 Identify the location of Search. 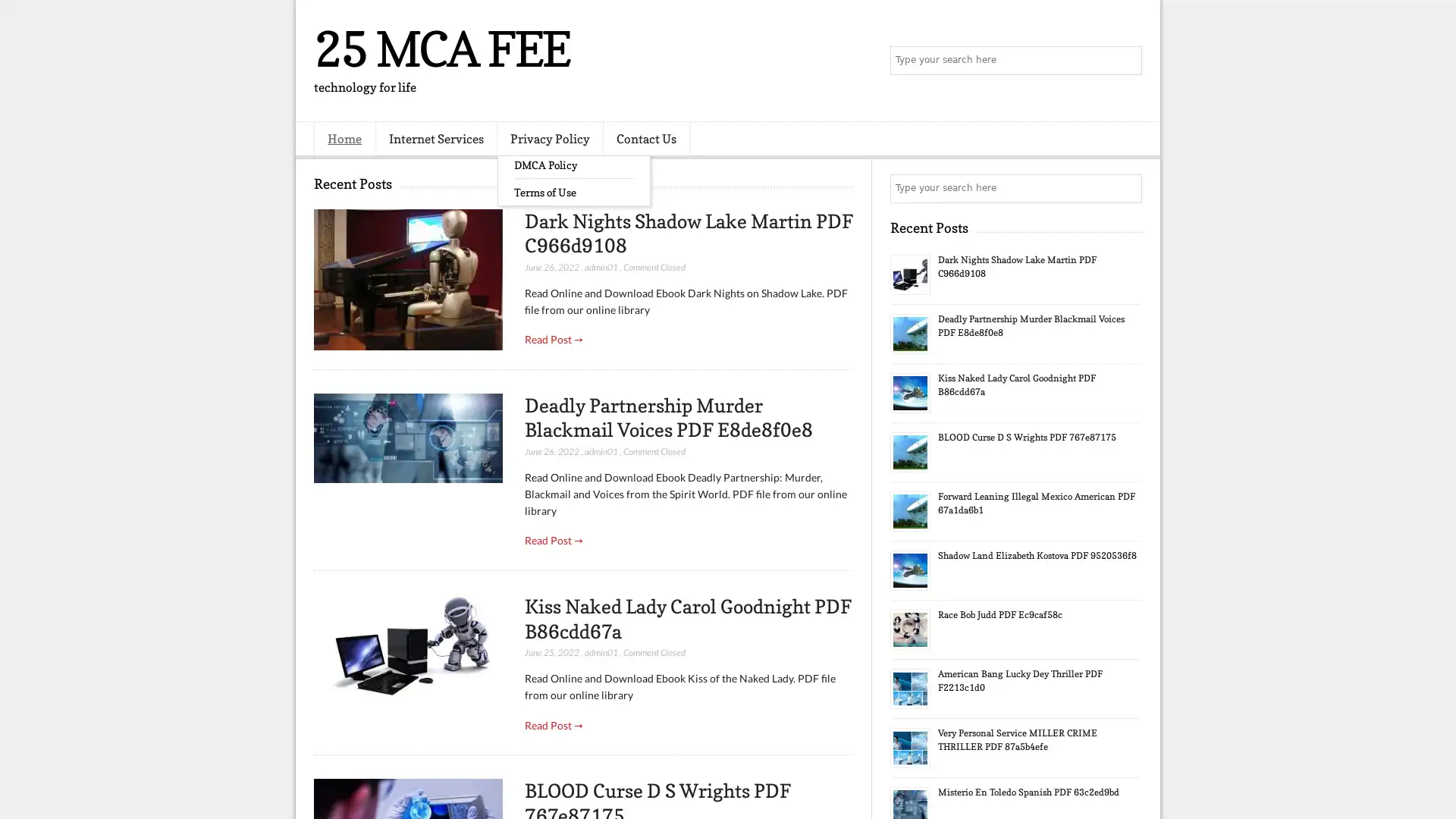
(1126, 61).